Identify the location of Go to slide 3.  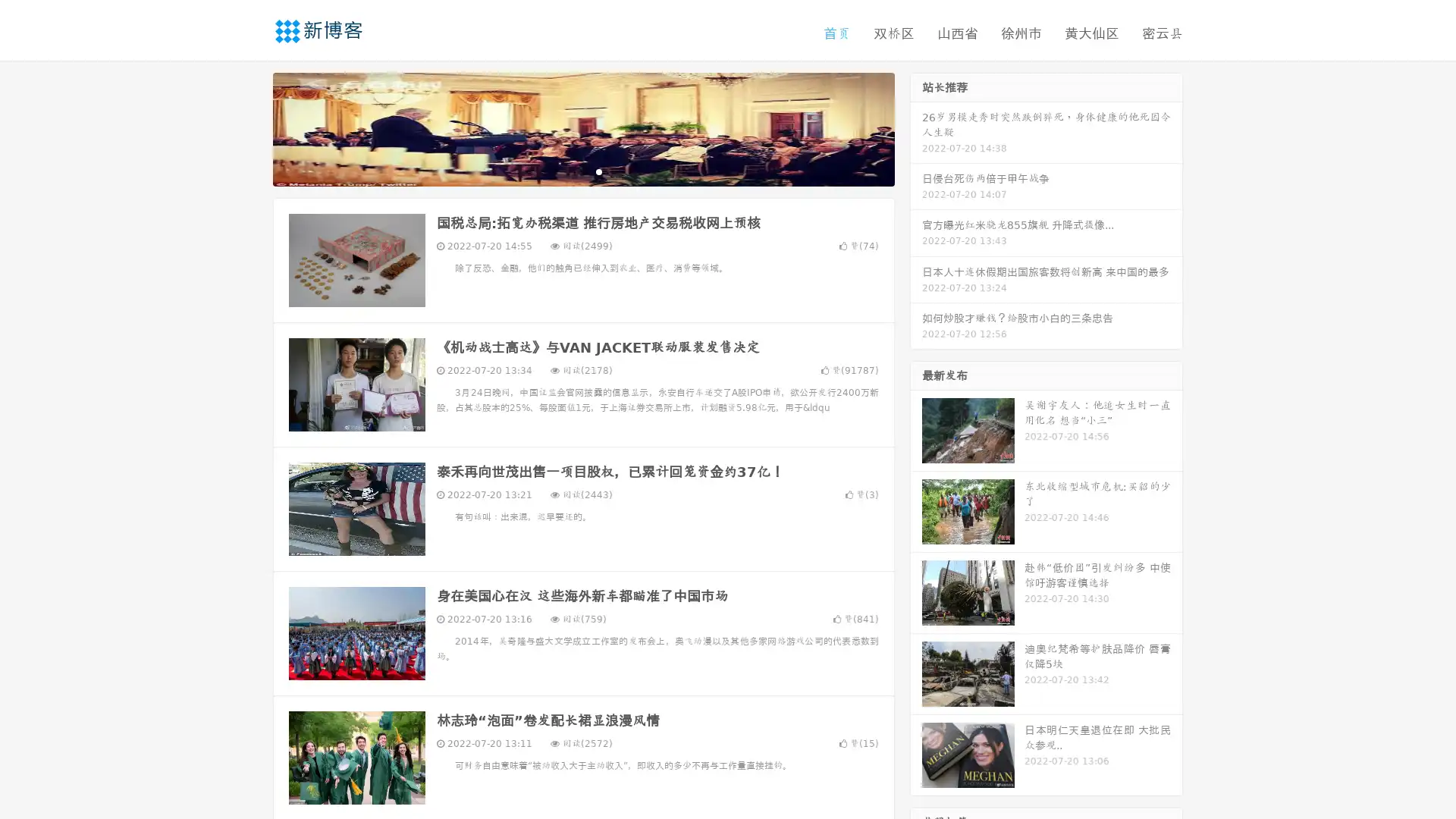
(598, 171).